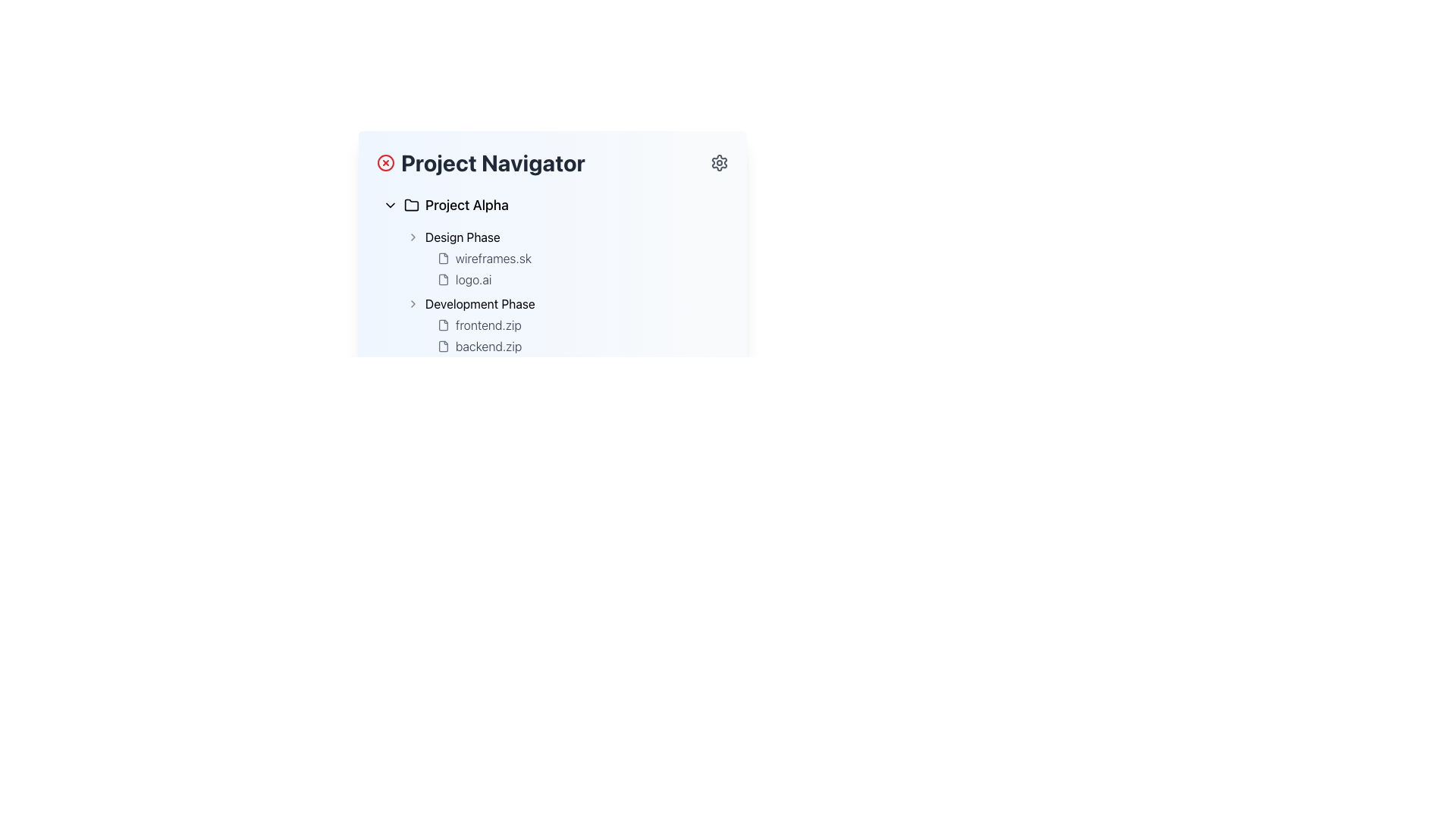 The width and height of the screenshot is (1456, 819). What do you see at coordinates (443, 346) in the screenshot?
I see `the file icon representing 'backend.zip' located under the 'Development Phase' subsection of the 'Project Alpha' section in the 'Project Navigator'` at bounding box center [443, 346].